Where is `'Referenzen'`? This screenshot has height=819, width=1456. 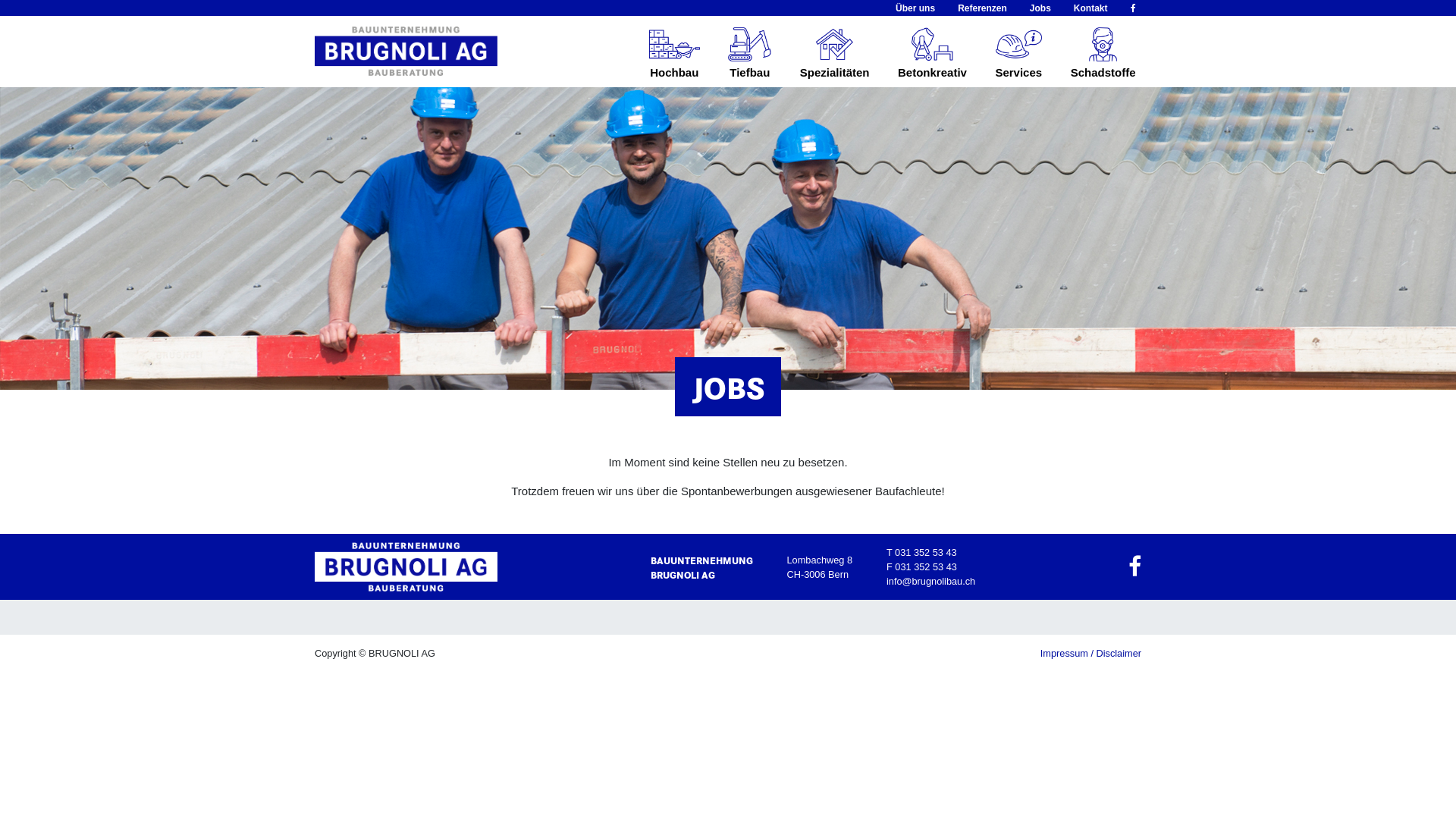 'Referenzen' is located at coordinates (982, 8).